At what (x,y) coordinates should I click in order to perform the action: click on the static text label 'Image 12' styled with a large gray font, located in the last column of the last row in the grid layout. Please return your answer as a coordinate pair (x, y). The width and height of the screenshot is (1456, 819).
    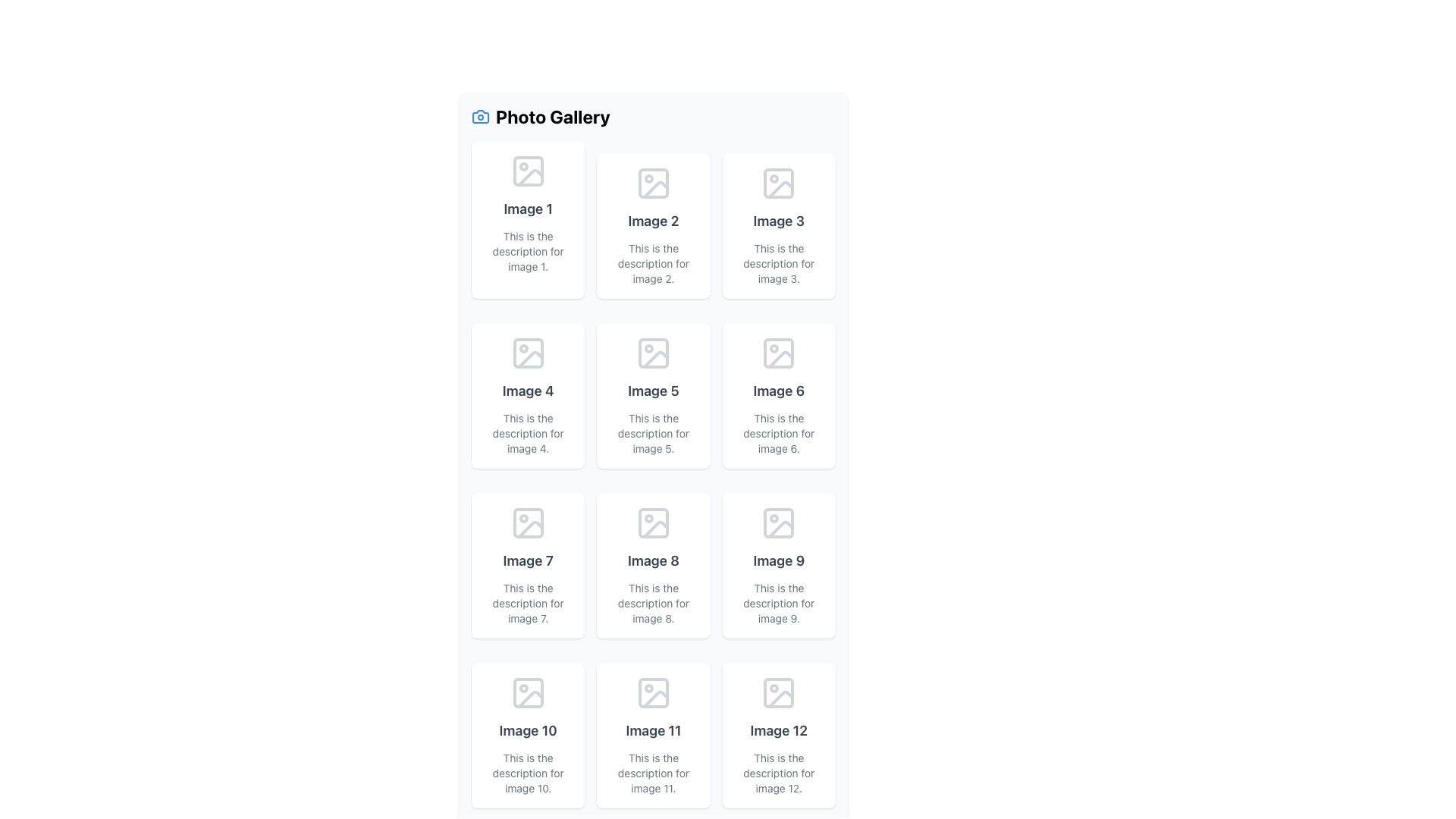
    Looking at the image, I should click on (779, 730).